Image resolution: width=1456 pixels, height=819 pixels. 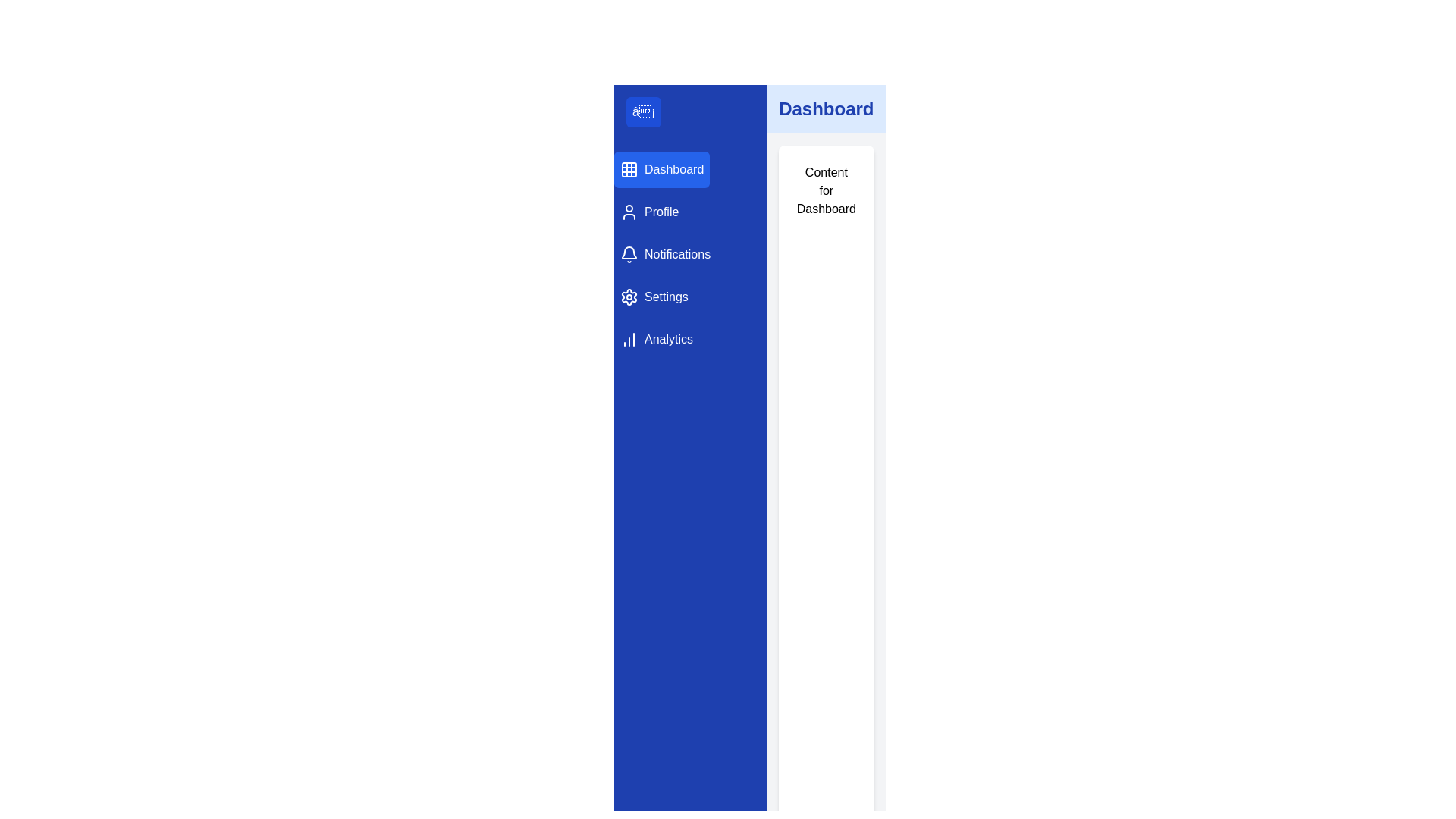 What do you see at coordinates (629, 212) in the screenshot?
I see `the Profile icon located to the left of the 'Profile' text in the navigation menu` at bounding box center [629, 212].